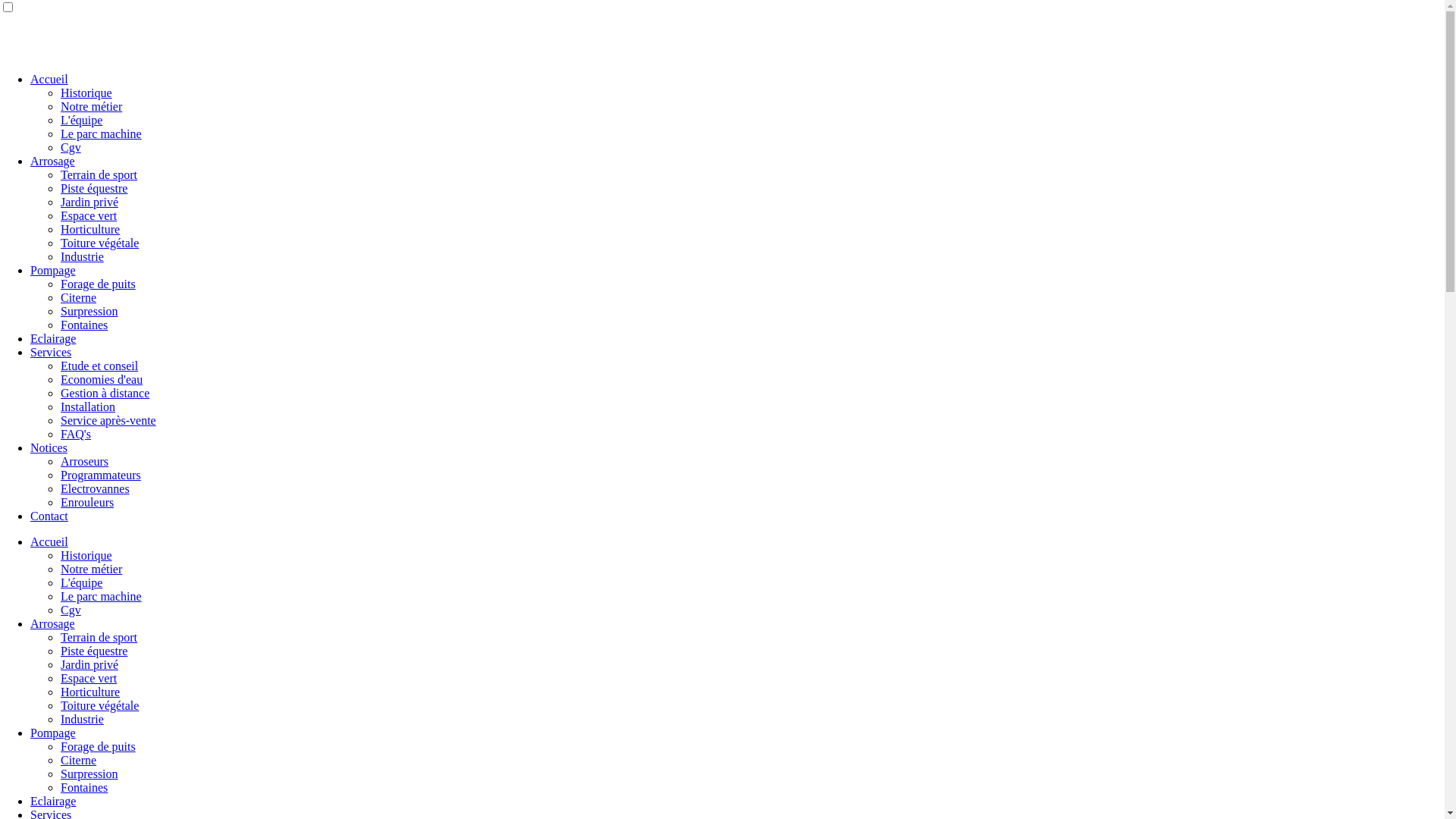  Describe the element at coordinates (30, 515) in the screenshot. I see `'Contact'` at that location.